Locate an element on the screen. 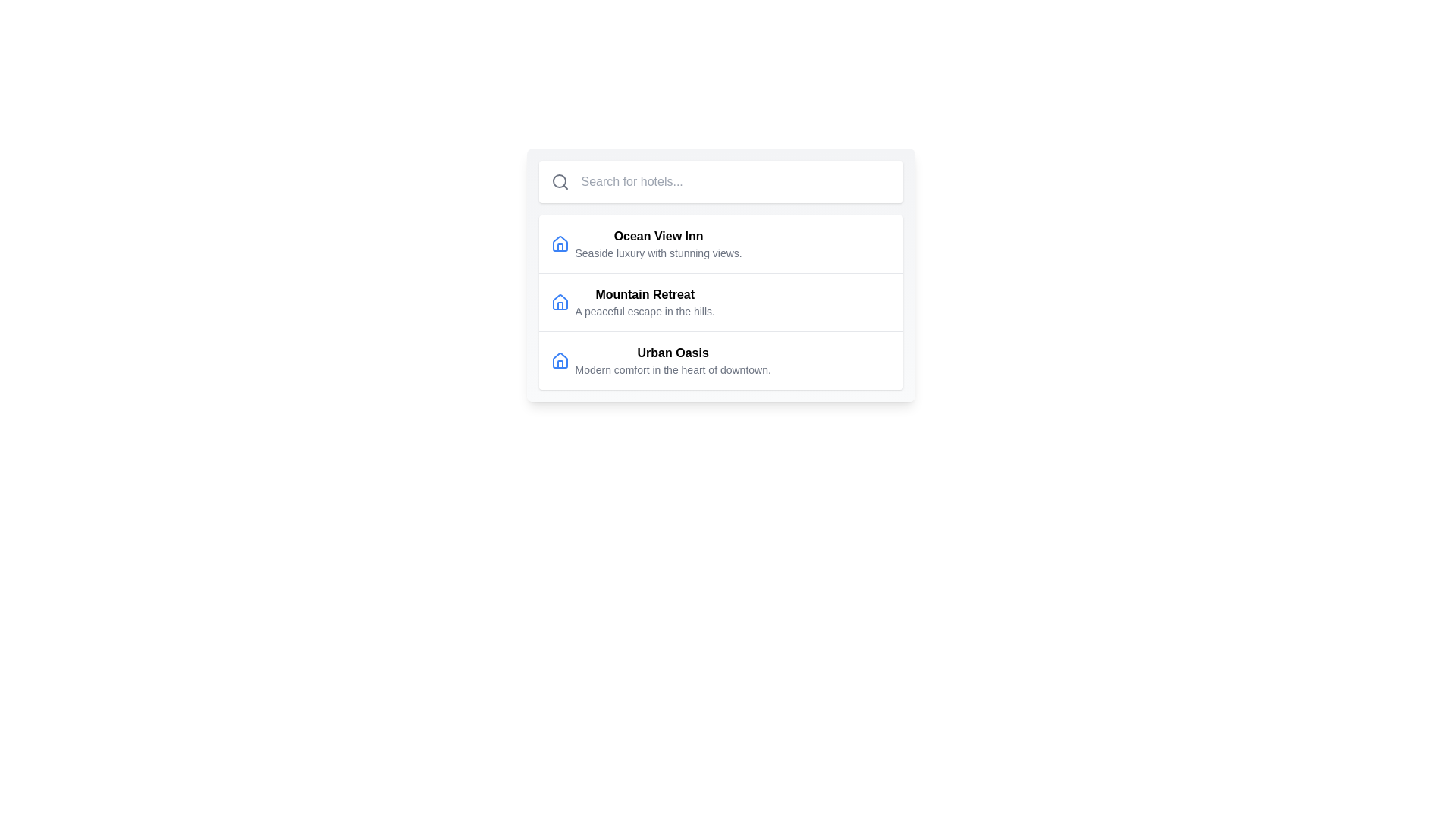 The height and width of the screenshot is (819, 1456). the second card in the list that represents 'Mountain Retreat' to read the displayed information is located at coordinates (720, 275).